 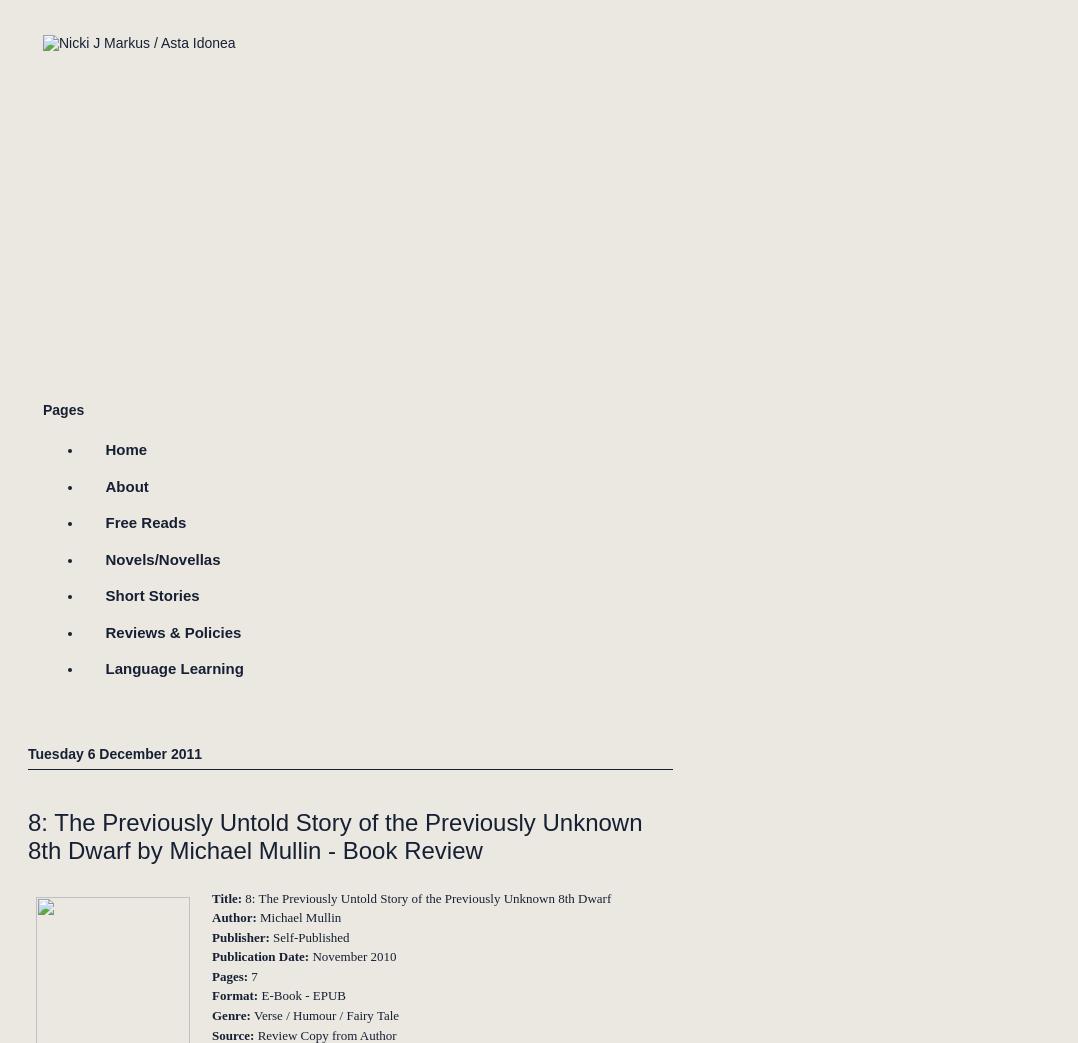 I want to click on 'Tuesday 6 December 2011', so click(x=114, y=752).